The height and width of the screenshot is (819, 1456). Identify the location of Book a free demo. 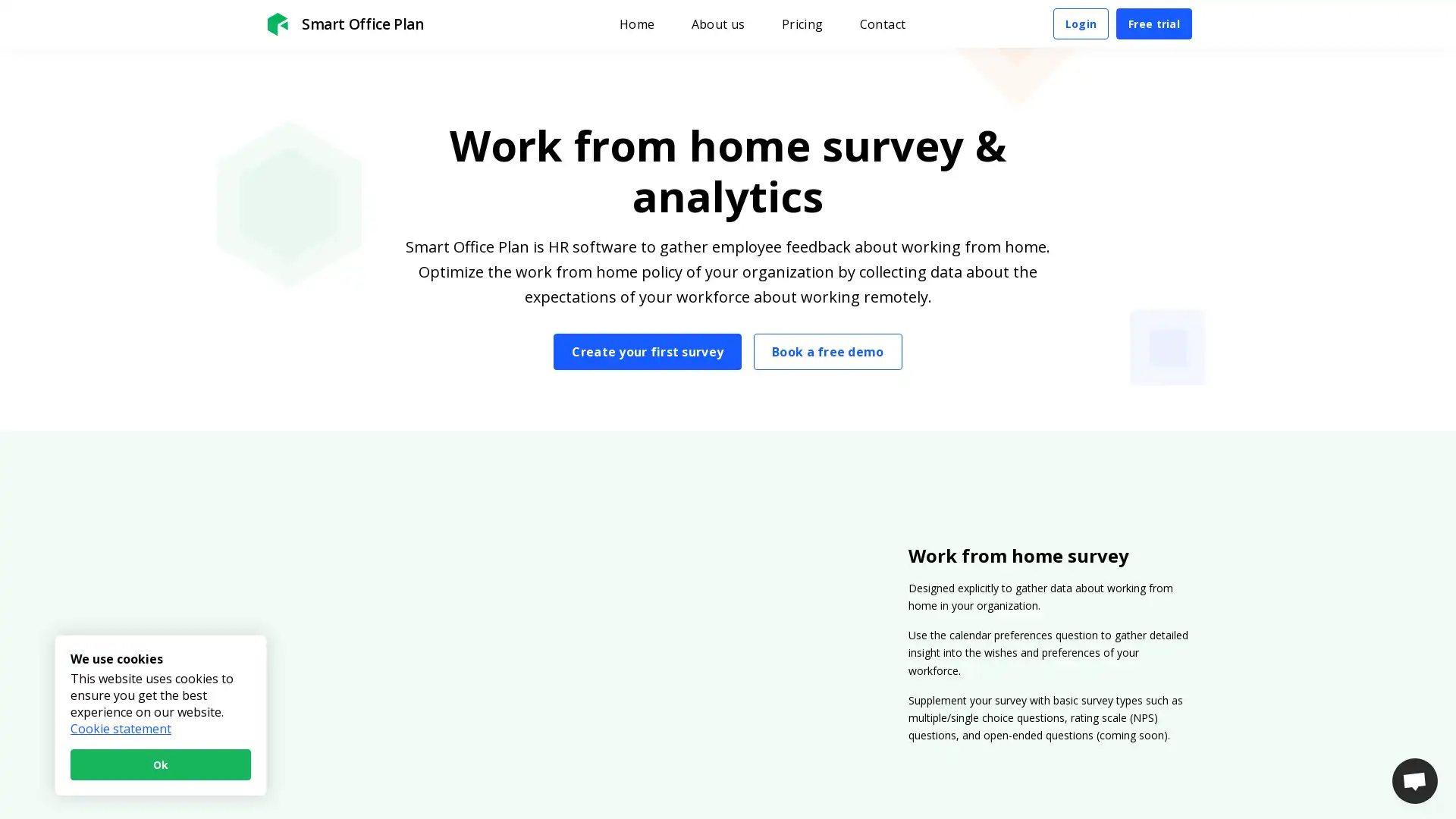
(827, 351).